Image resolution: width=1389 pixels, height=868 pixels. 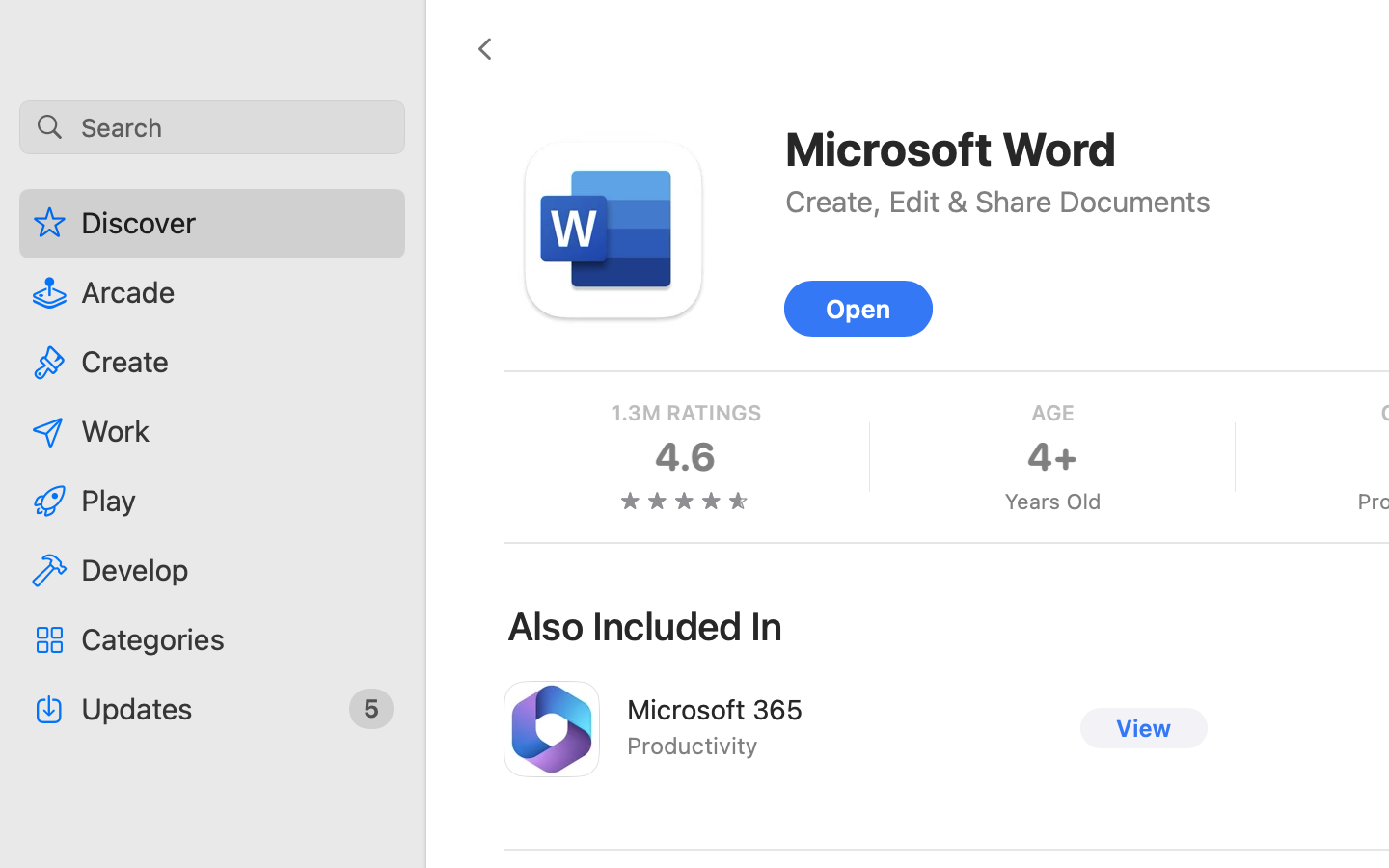 I want to click on 'Years Old', so click(x=1050, y=501).